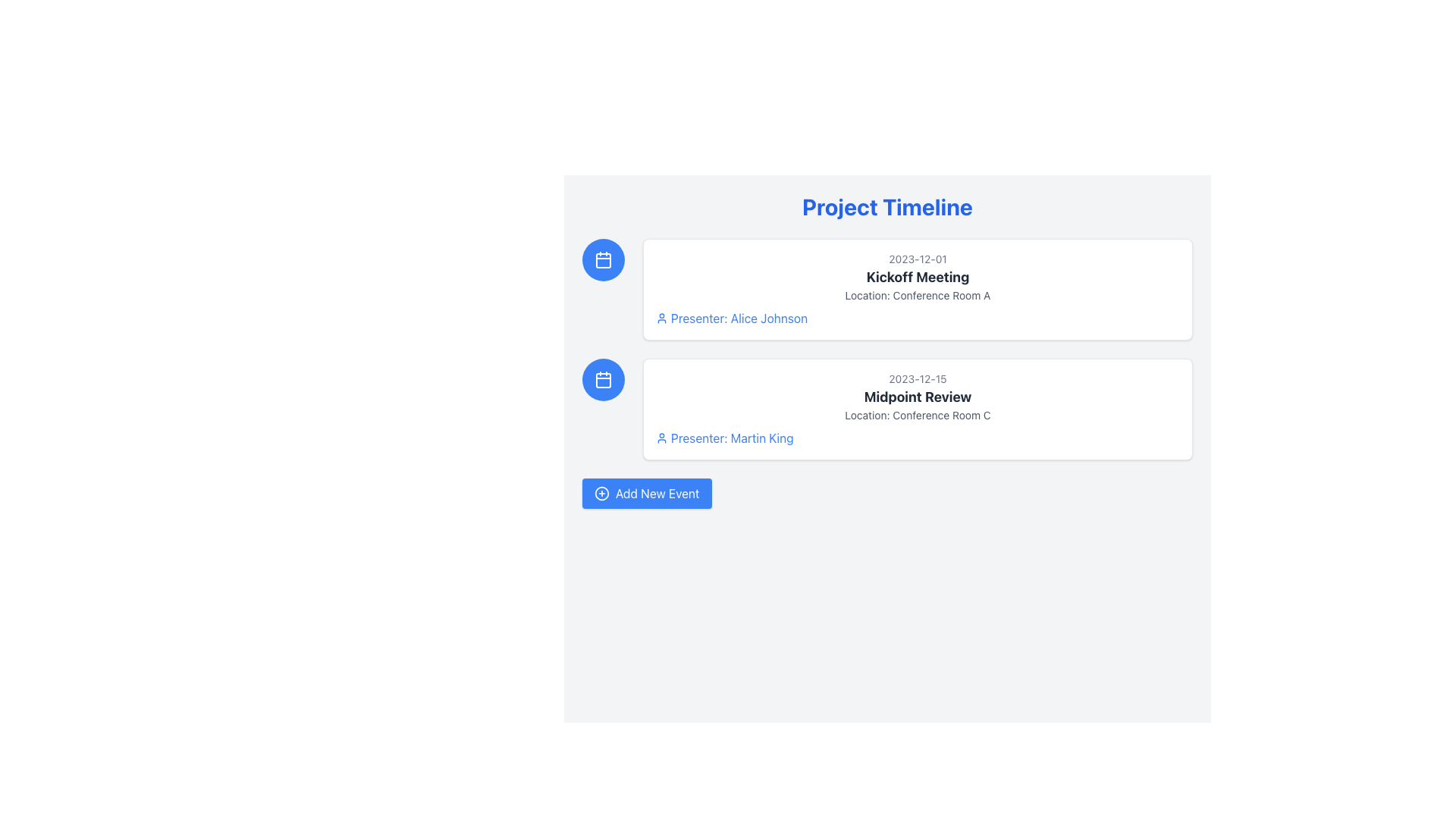 This screenshot has height=819, width=1456. I want to click on the circular icon with a blue background and a white plus symbol, located to the left of the 'Add New Event' button, so click(601, 494).